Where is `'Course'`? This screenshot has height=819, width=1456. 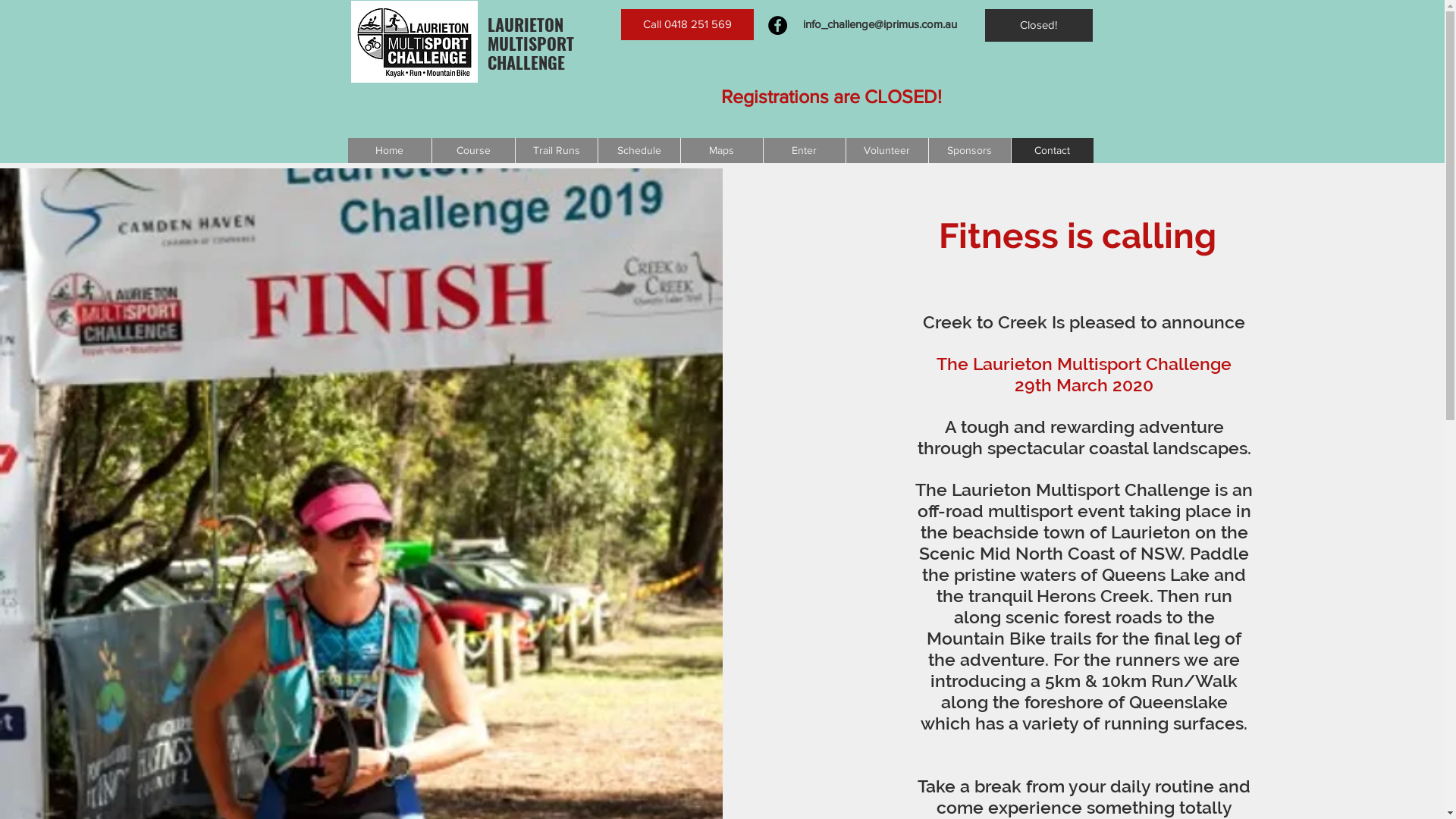 'Course' is located at coordinates (472, 150).